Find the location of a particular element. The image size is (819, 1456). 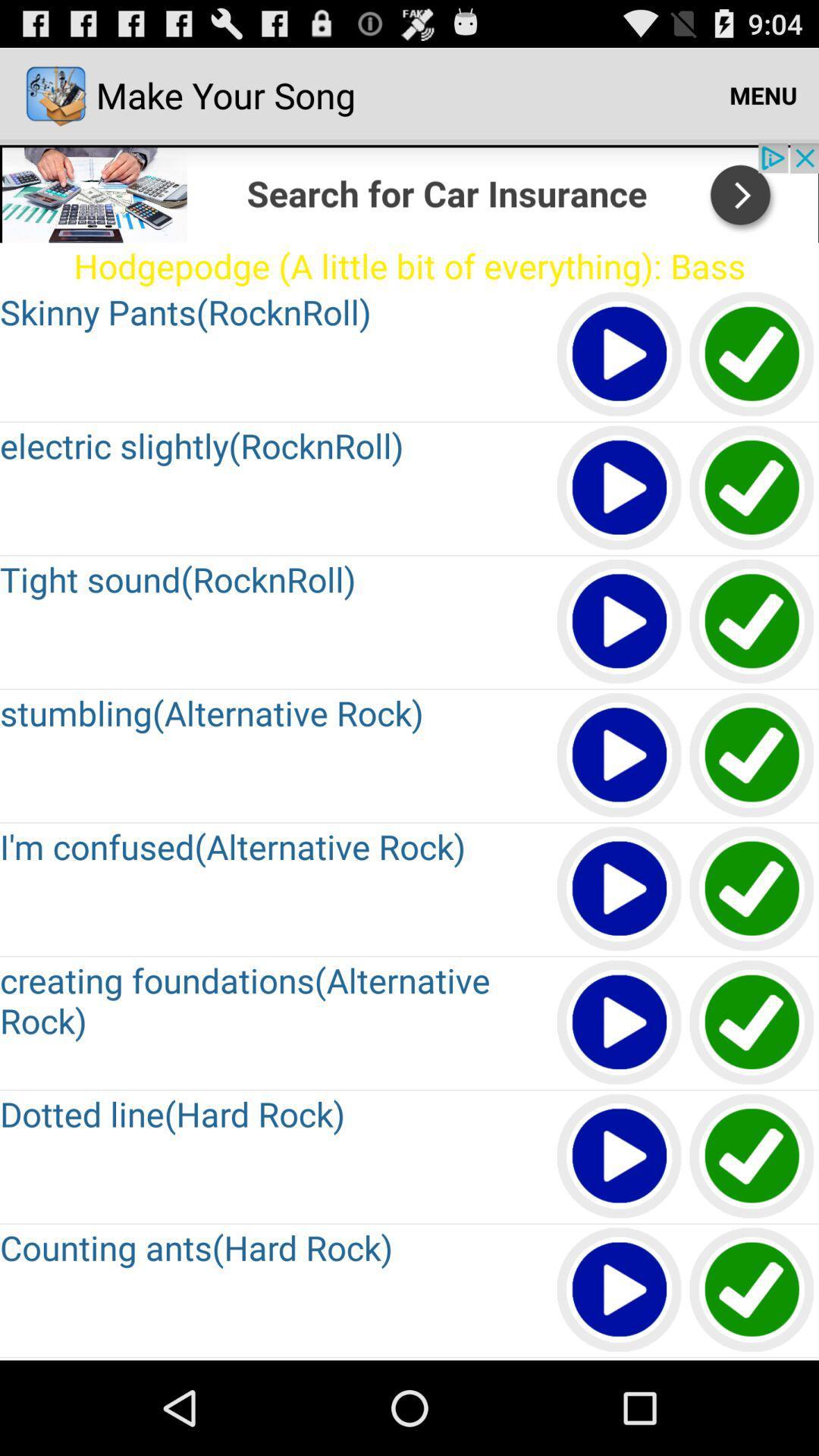

make advertisement is located at coordinates (409, 192).